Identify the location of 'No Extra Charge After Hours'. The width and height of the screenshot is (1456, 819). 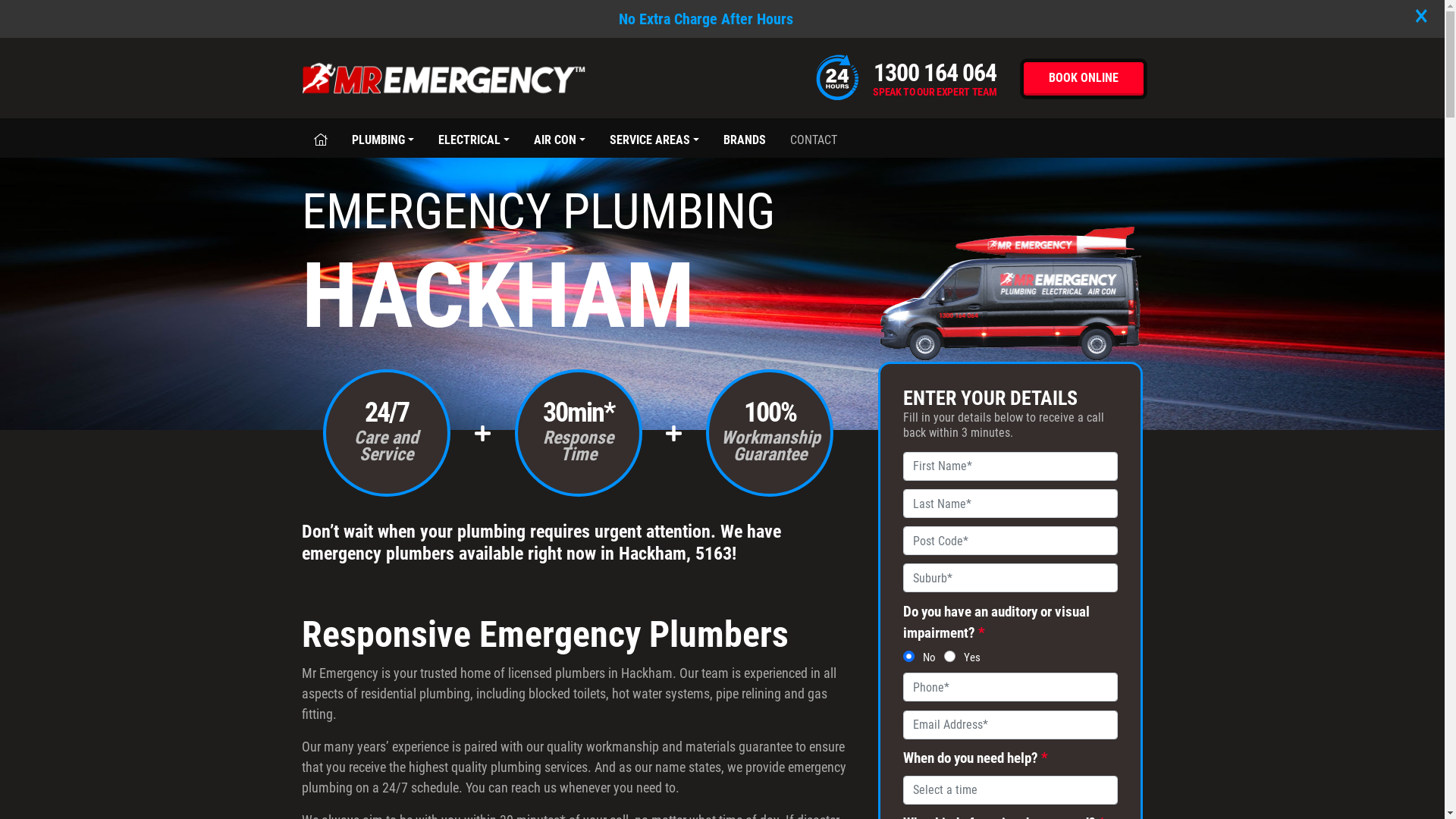
(705, 18).